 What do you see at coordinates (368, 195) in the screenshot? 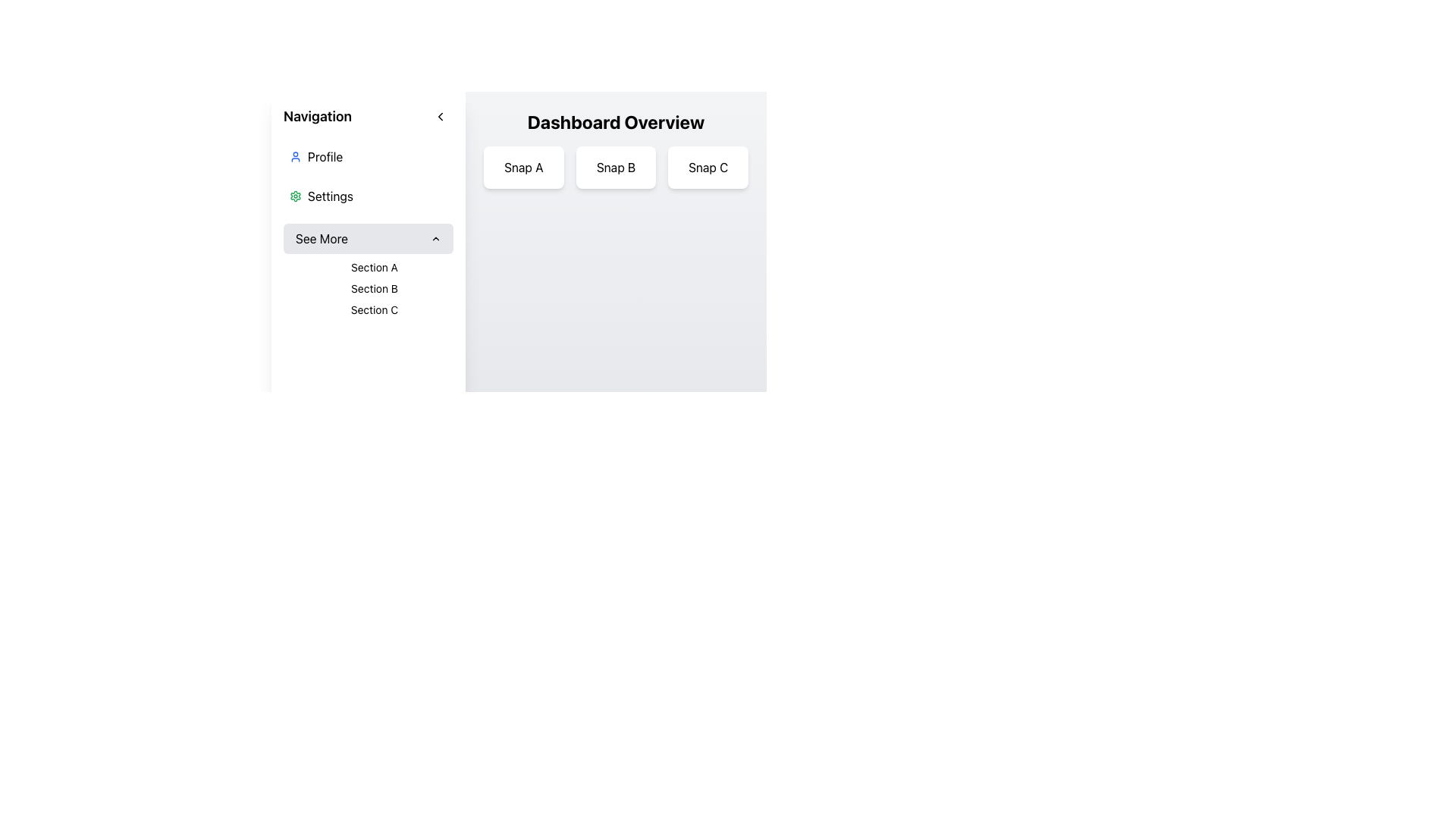
I see `the second menu item in the navigation menu, which is positioned below the 'Profile' item and above the 'See More' section` at bounding box center [368, 195].